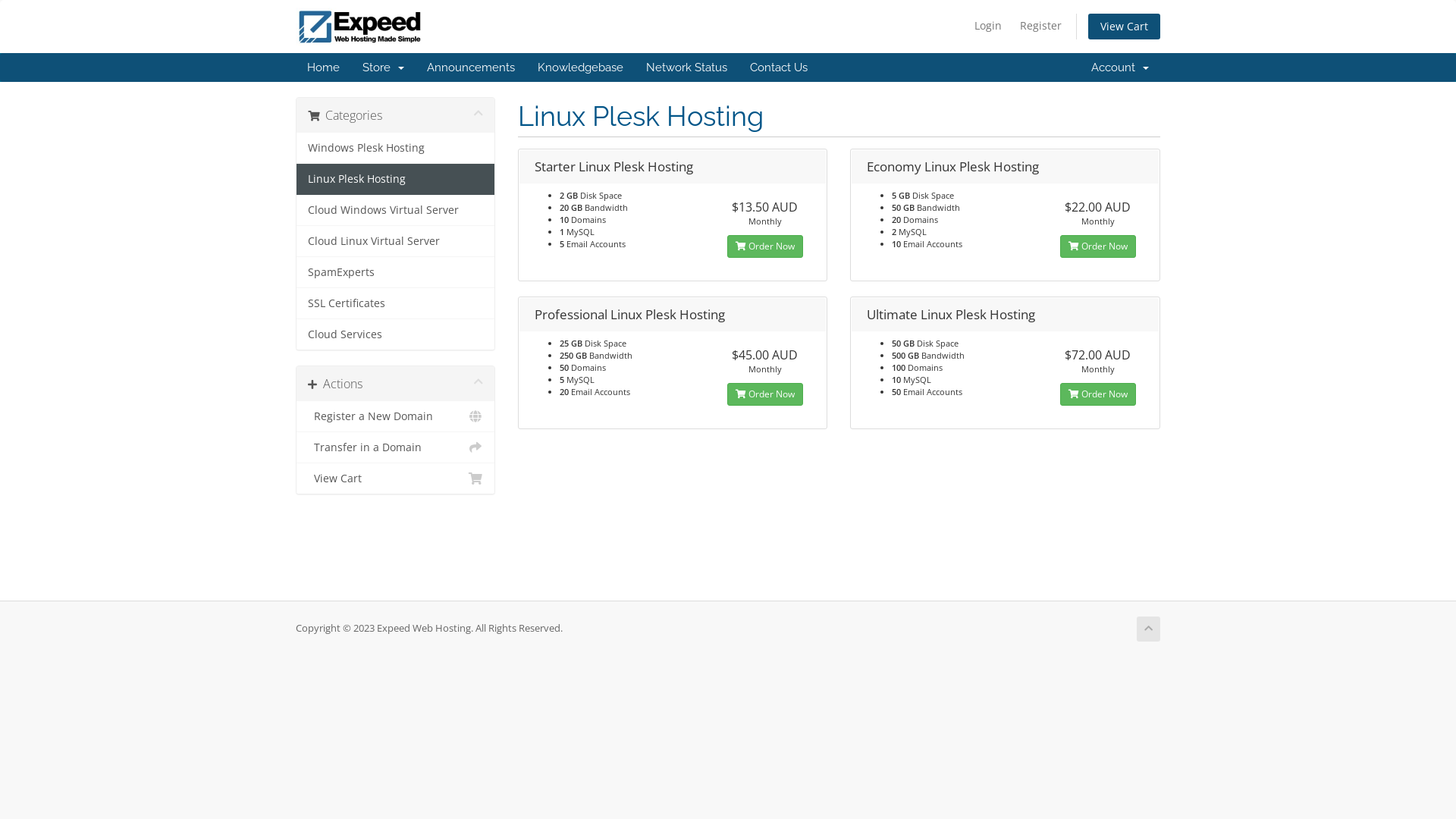  Describe the element at coordinates (1120, 66) in the screenshot. I see `'Account  '` at that location.